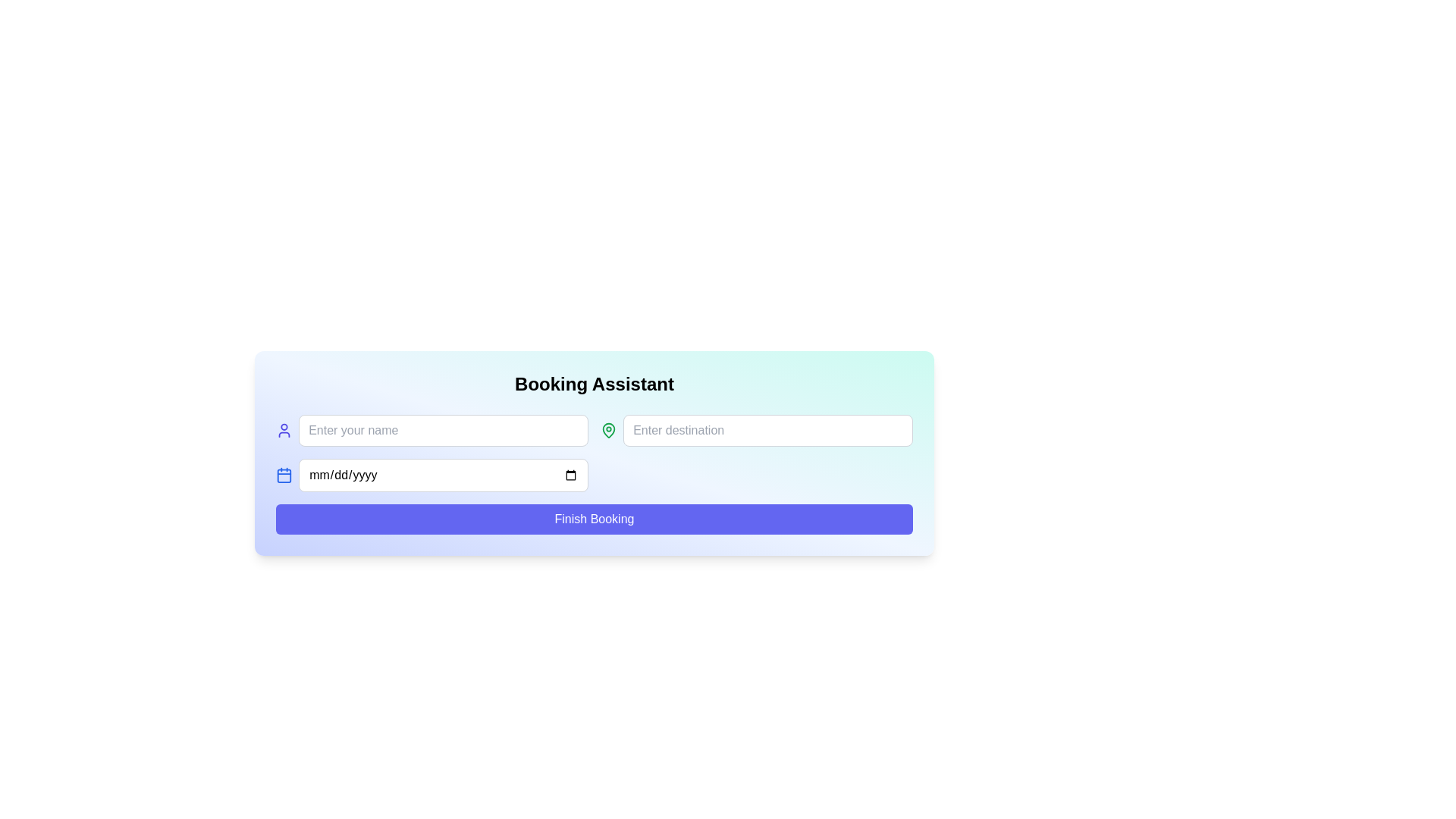 Image resolution: width=1456 pixels, height=819 pixels. What do you see at coordinates (284, 475) in the screenshot?
I see `the rounded rectangle element inside the calendar SVG icon, which is centrally aligned within the calendar graphic` at bounding box center [284, 475].